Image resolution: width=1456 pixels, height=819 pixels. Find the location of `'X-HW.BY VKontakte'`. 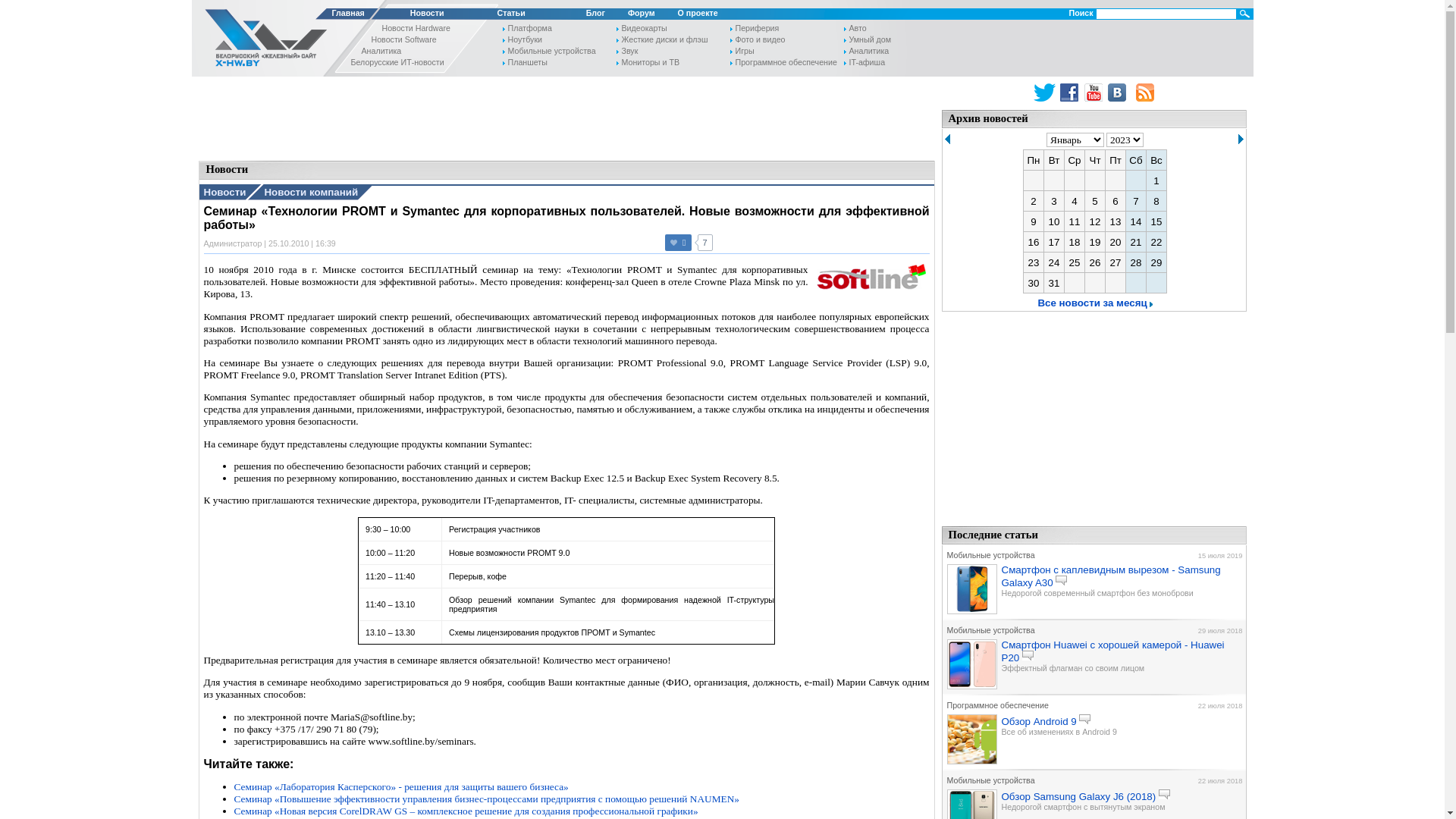

'X-HW.BY VKontakte' is located at coordinates (1107, 93).